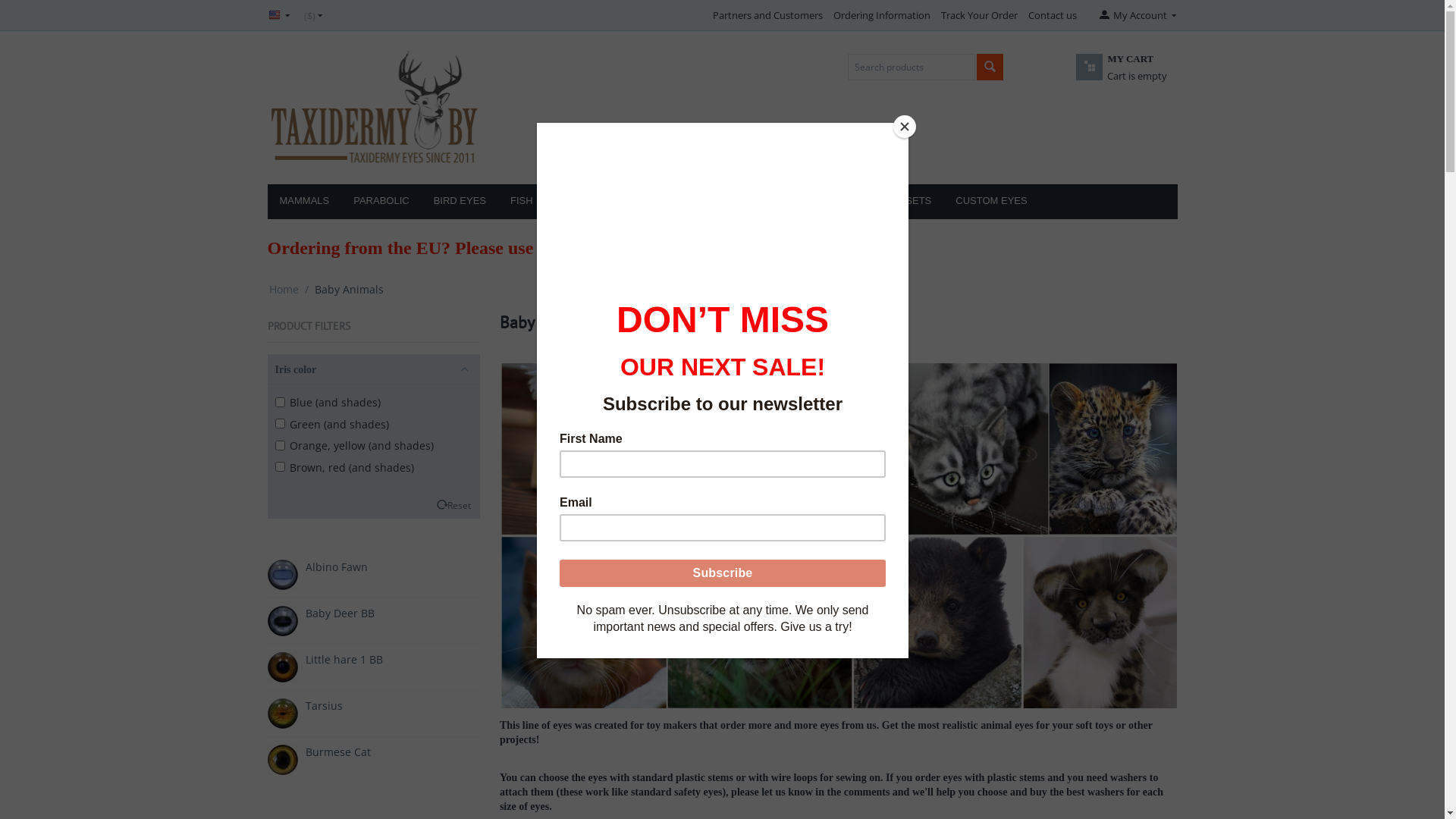  I want to click on 'Search', so click(990, 66).